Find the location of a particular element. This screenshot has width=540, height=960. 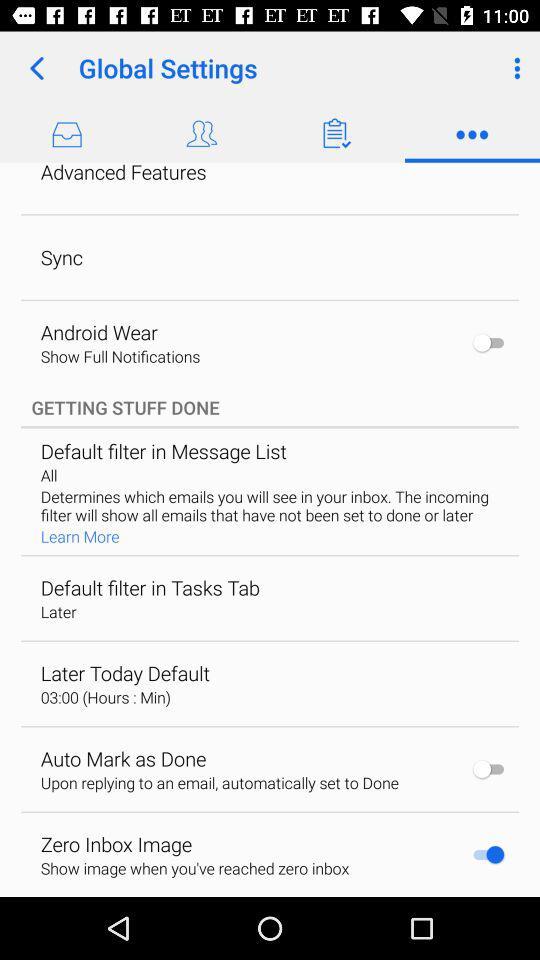

icon above sync app is located at coordinates (123, 173).